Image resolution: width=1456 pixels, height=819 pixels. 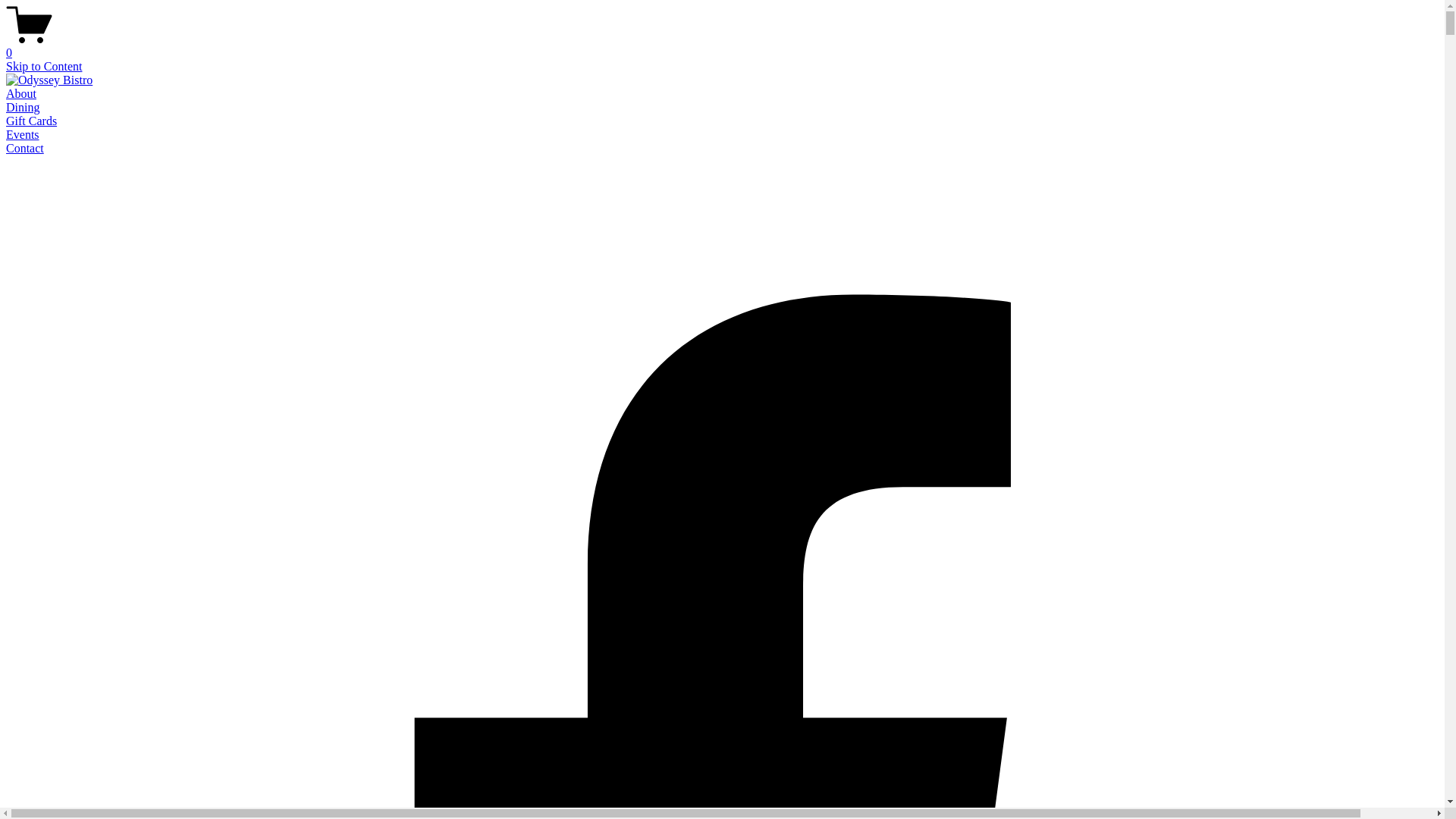 What do you see at coordinates (21, 93) in the screenshot?
I see `'About'` at bounding box center [21, 93].